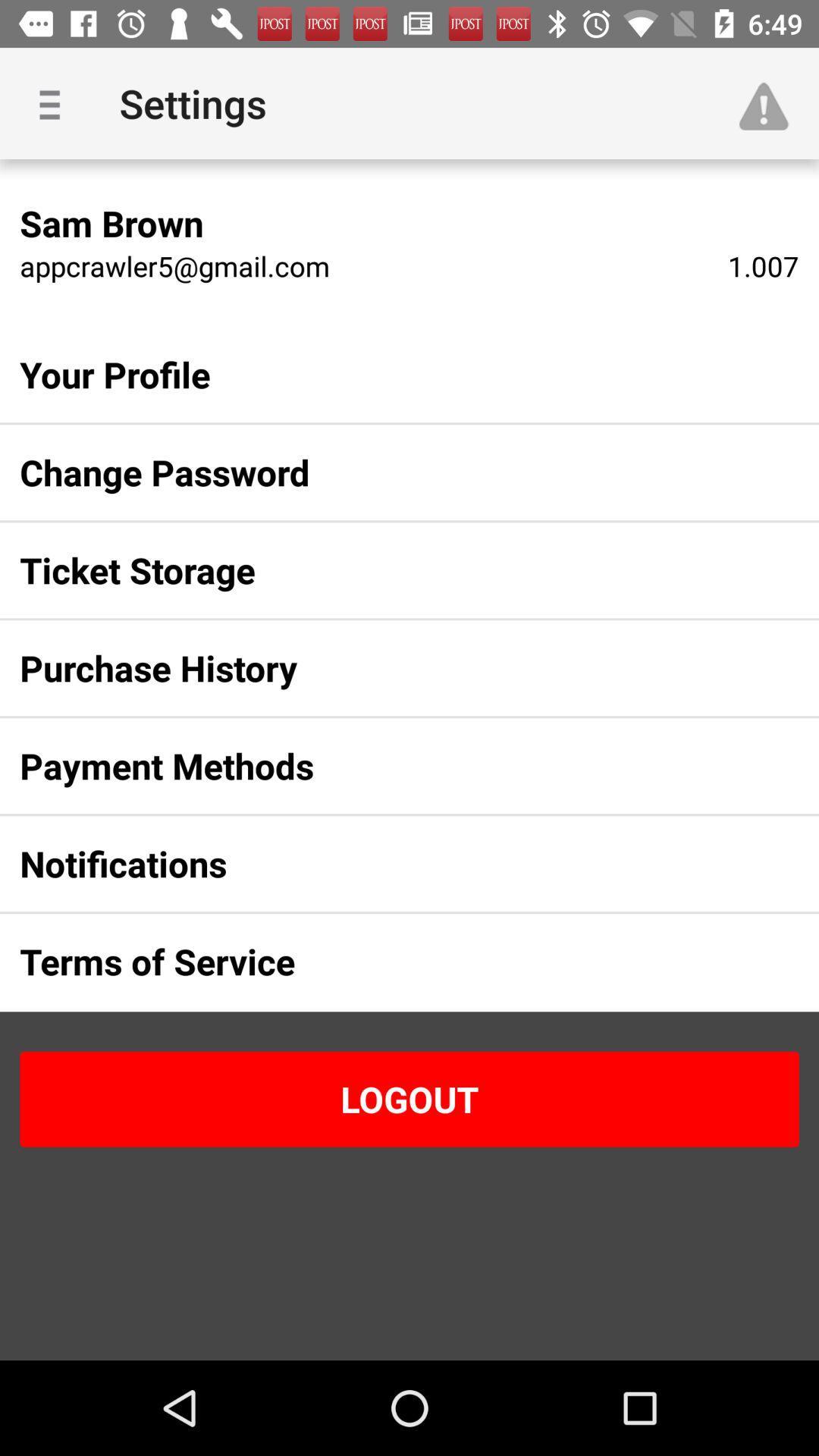 The image size is (819, 1456). I want to click on icon next to the appcrawler5@gmail.com, so click(763, 265).